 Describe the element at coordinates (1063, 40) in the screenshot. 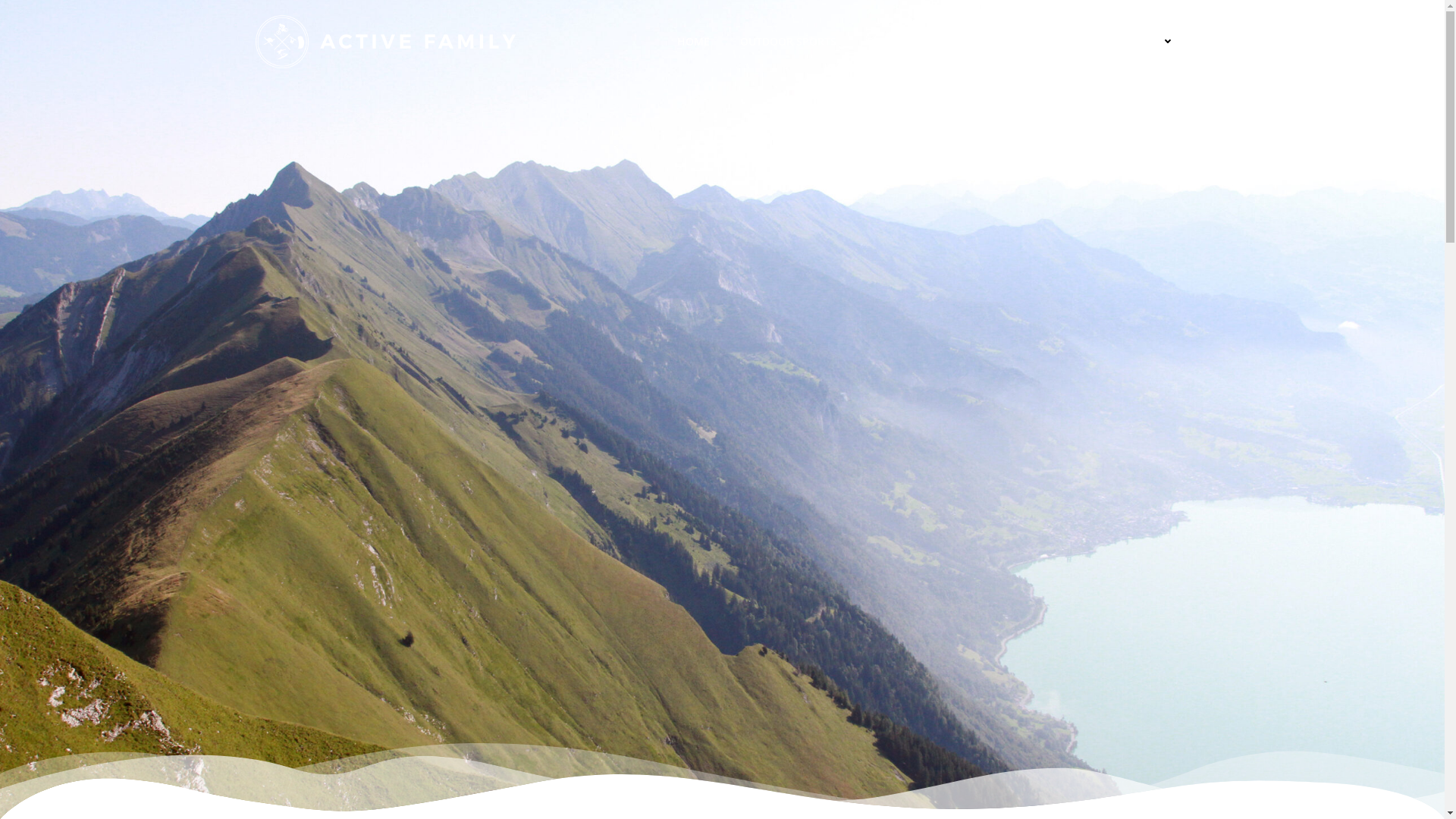

I see `'GEAR'` at that location.